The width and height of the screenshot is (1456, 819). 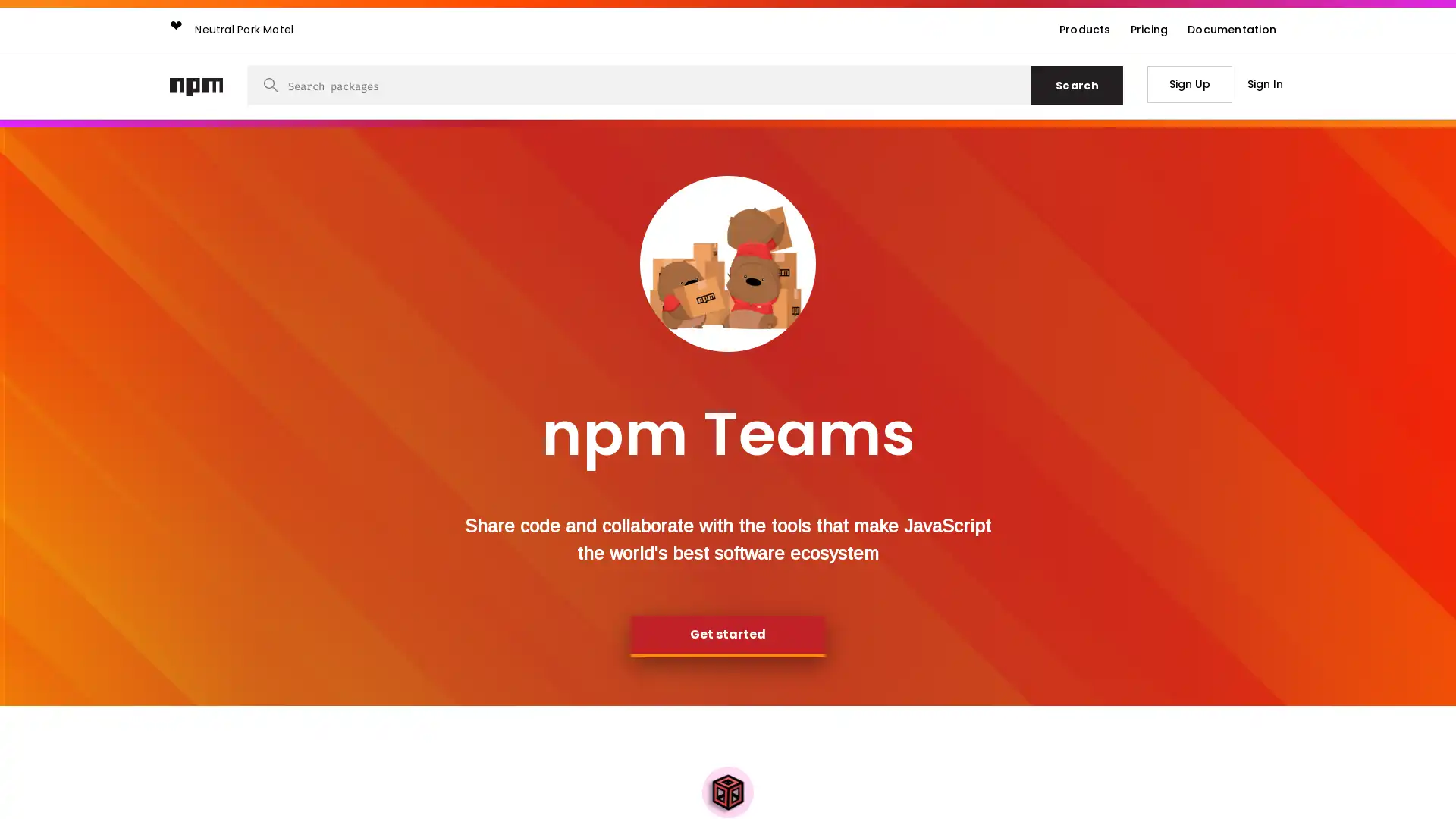 What do you see at coordinates (1076, 85) in the screenshot?
I see `Search` at bounding box center [1076, 85].